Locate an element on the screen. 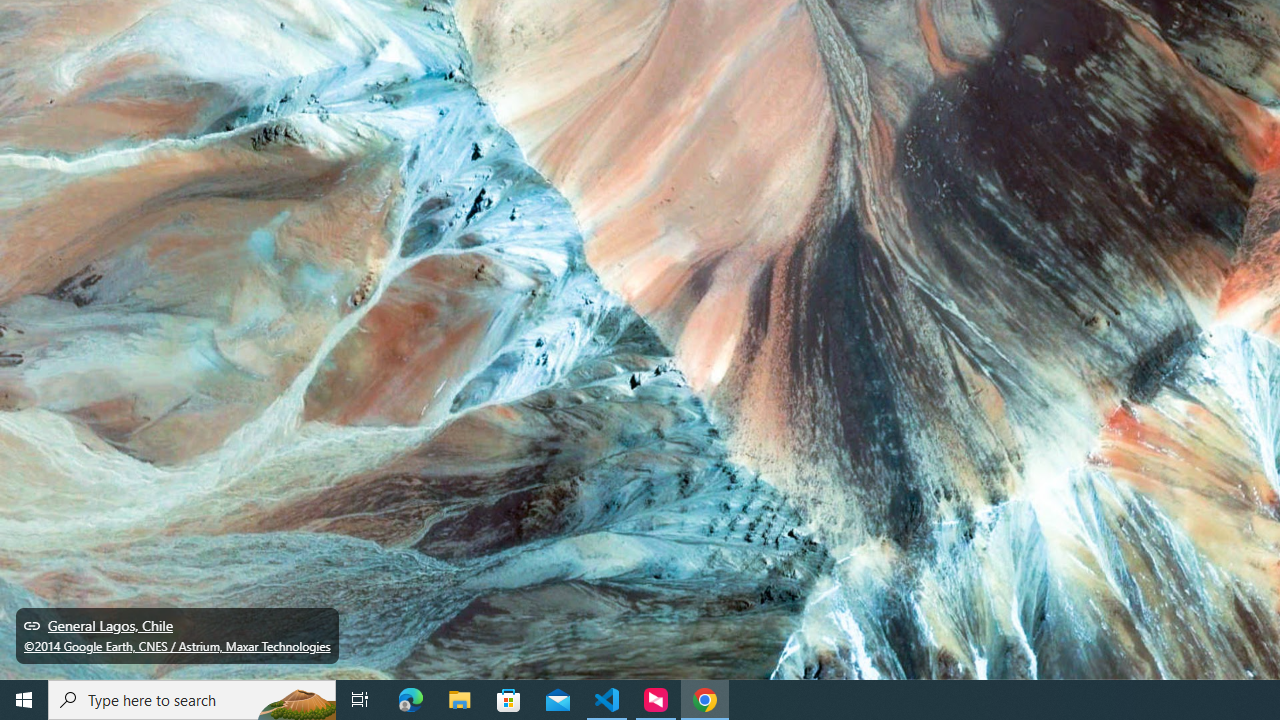 This screenshot has width=1280, height=720. 'Google Chrome - 1 running window' is located at coordinates (705, 698).